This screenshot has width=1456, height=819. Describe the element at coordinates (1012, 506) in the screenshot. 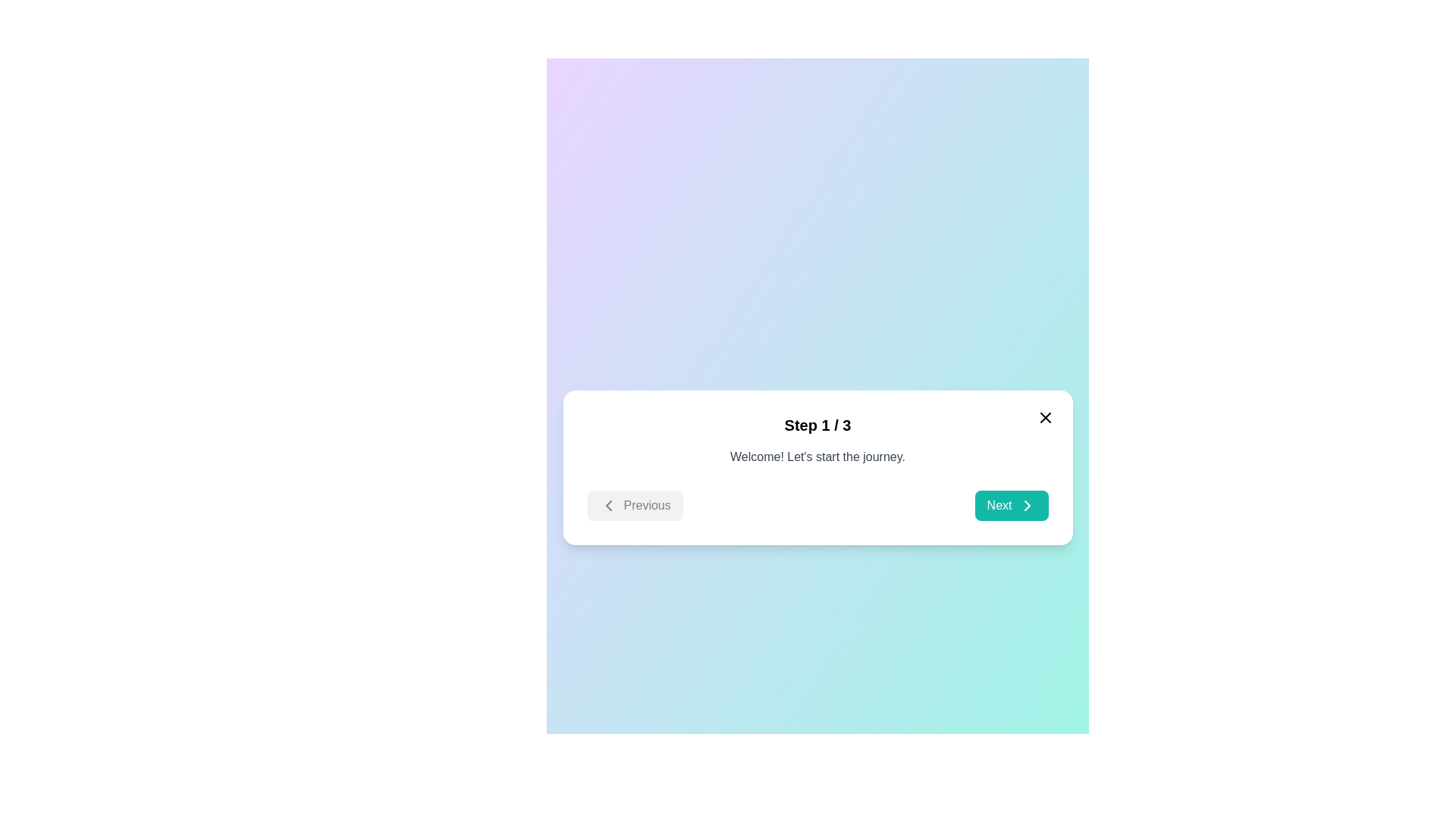

I see `the 'Next' button to navigate to the next step` at that location.